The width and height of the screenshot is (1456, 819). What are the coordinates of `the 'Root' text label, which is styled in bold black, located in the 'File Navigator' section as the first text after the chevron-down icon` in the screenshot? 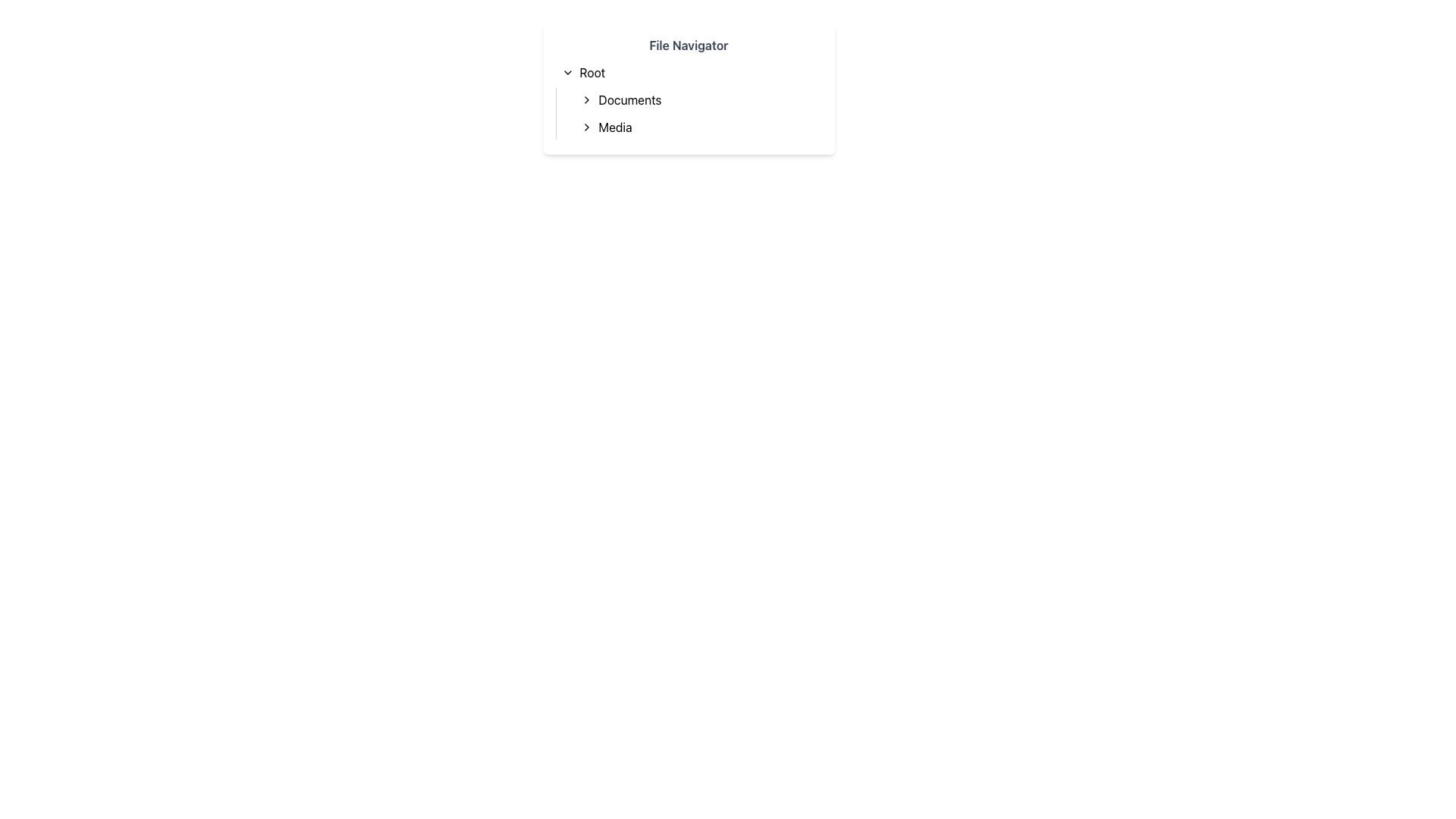 It's located at (591, 73).